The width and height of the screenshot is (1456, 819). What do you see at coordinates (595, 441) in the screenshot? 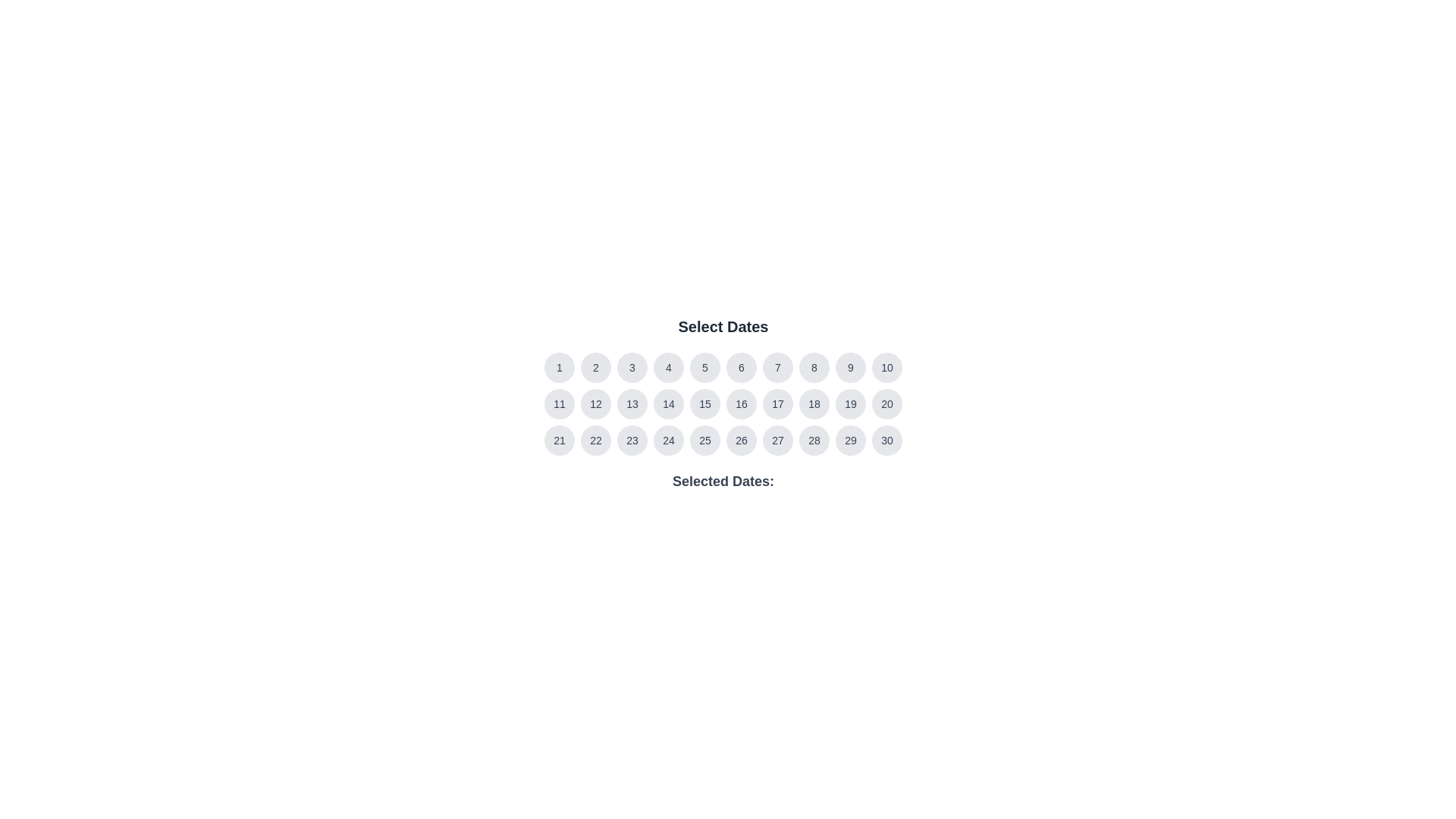
I see `the circular button displaying the number '22' in dark gray text, located in the last row of the grid below the heading 'Select Dates'` at bounding box center [595, 441].